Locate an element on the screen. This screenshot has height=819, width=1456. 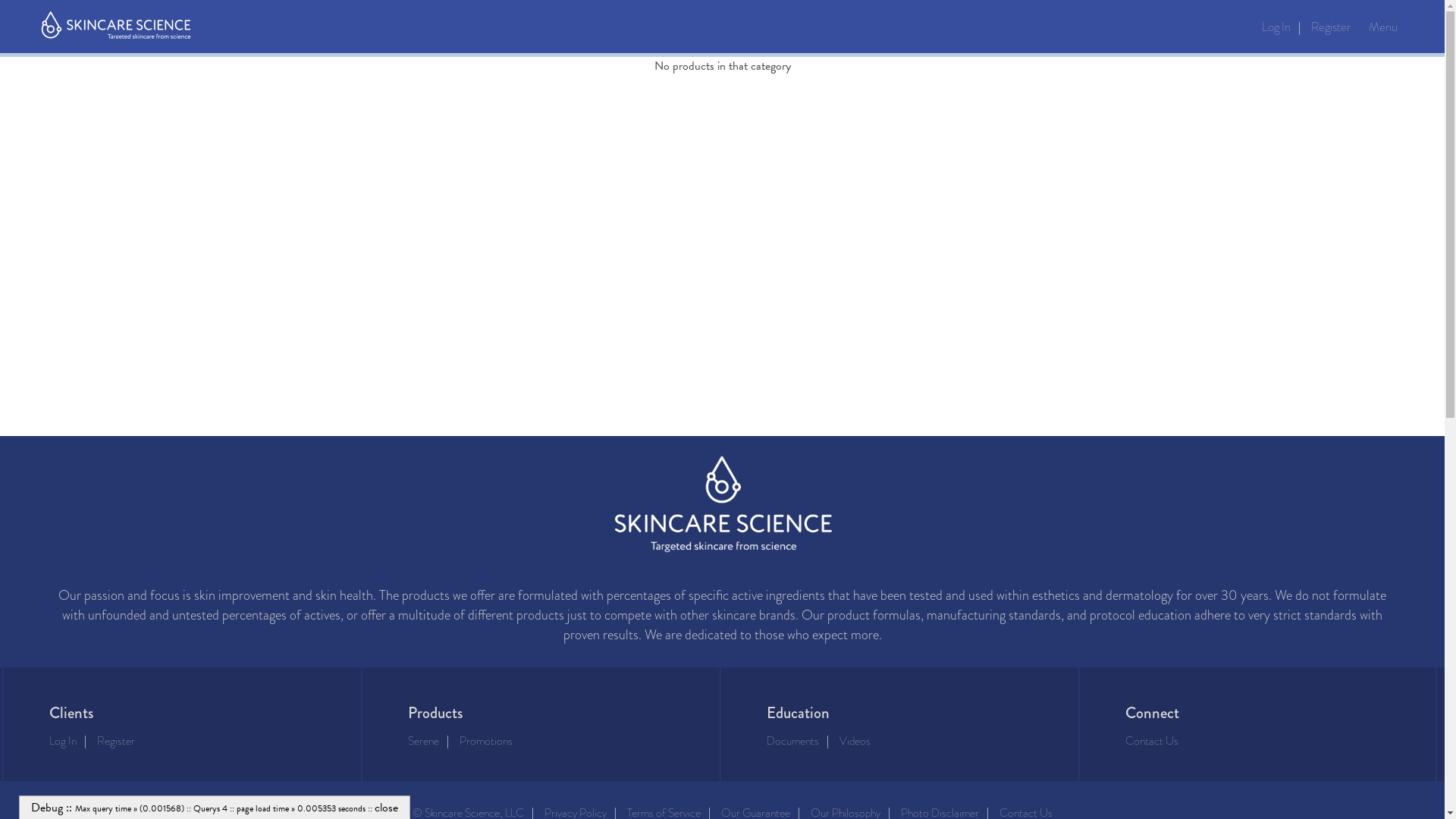
'Log In' is located at coordinates (61, 739).